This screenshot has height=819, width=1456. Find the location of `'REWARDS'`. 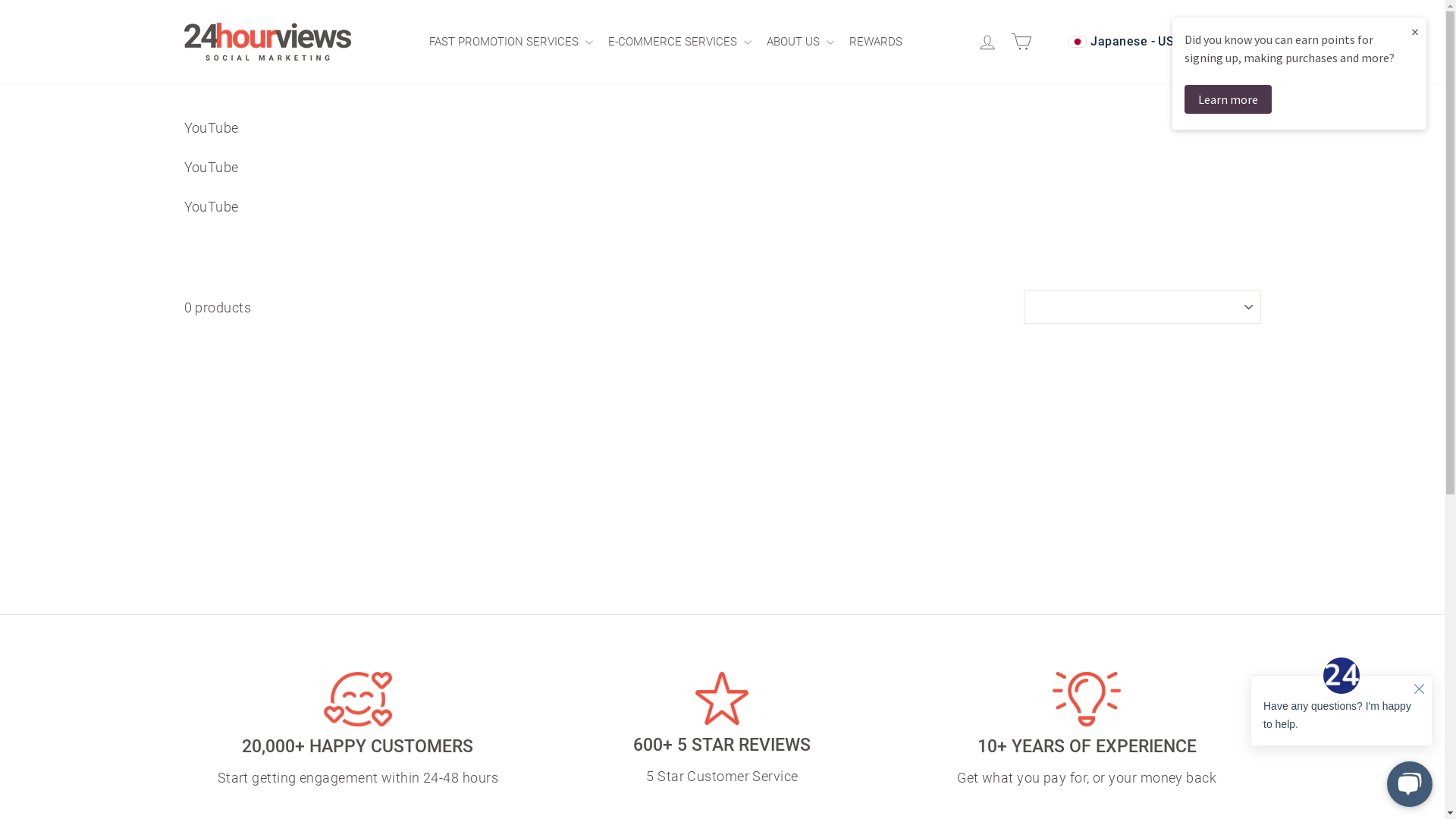

'REWARDS' is located at coordinates (880, 40).